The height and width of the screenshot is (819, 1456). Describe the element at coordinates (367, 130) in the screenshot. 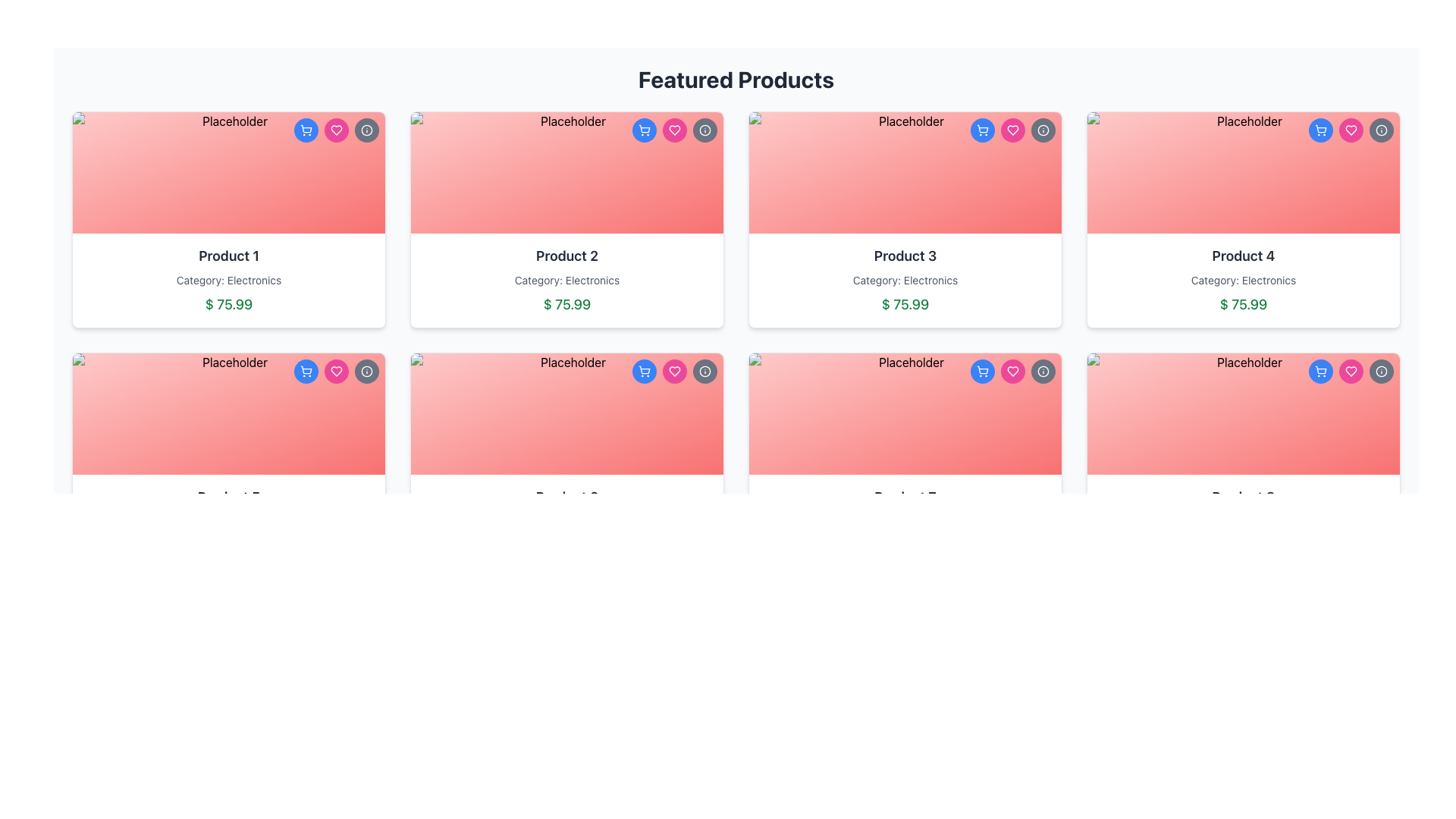

I see `the information button located at the top-right corner of the 'Product 1' card` at that location.